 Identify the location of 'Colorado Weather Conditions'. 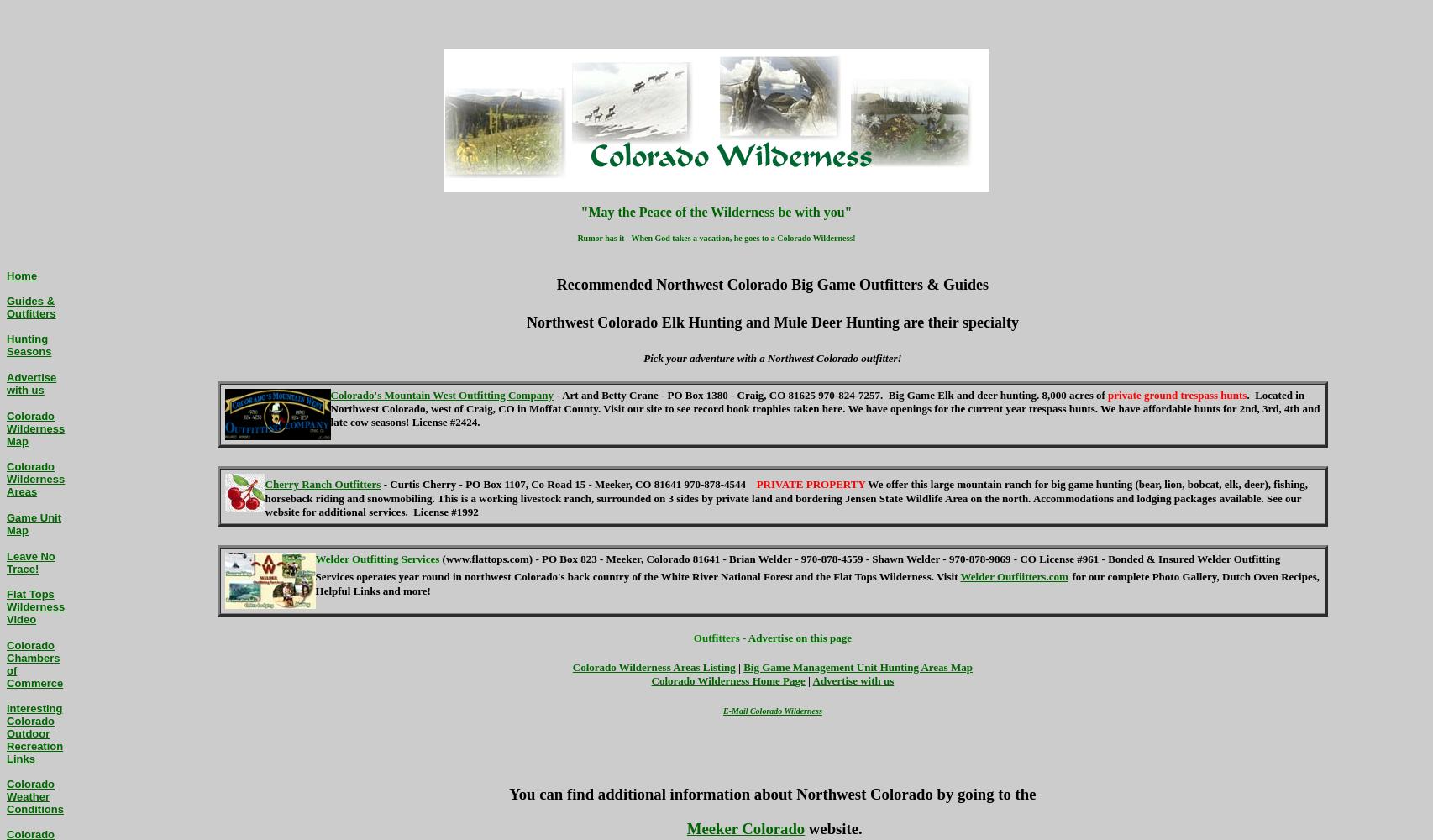
(34, 795).